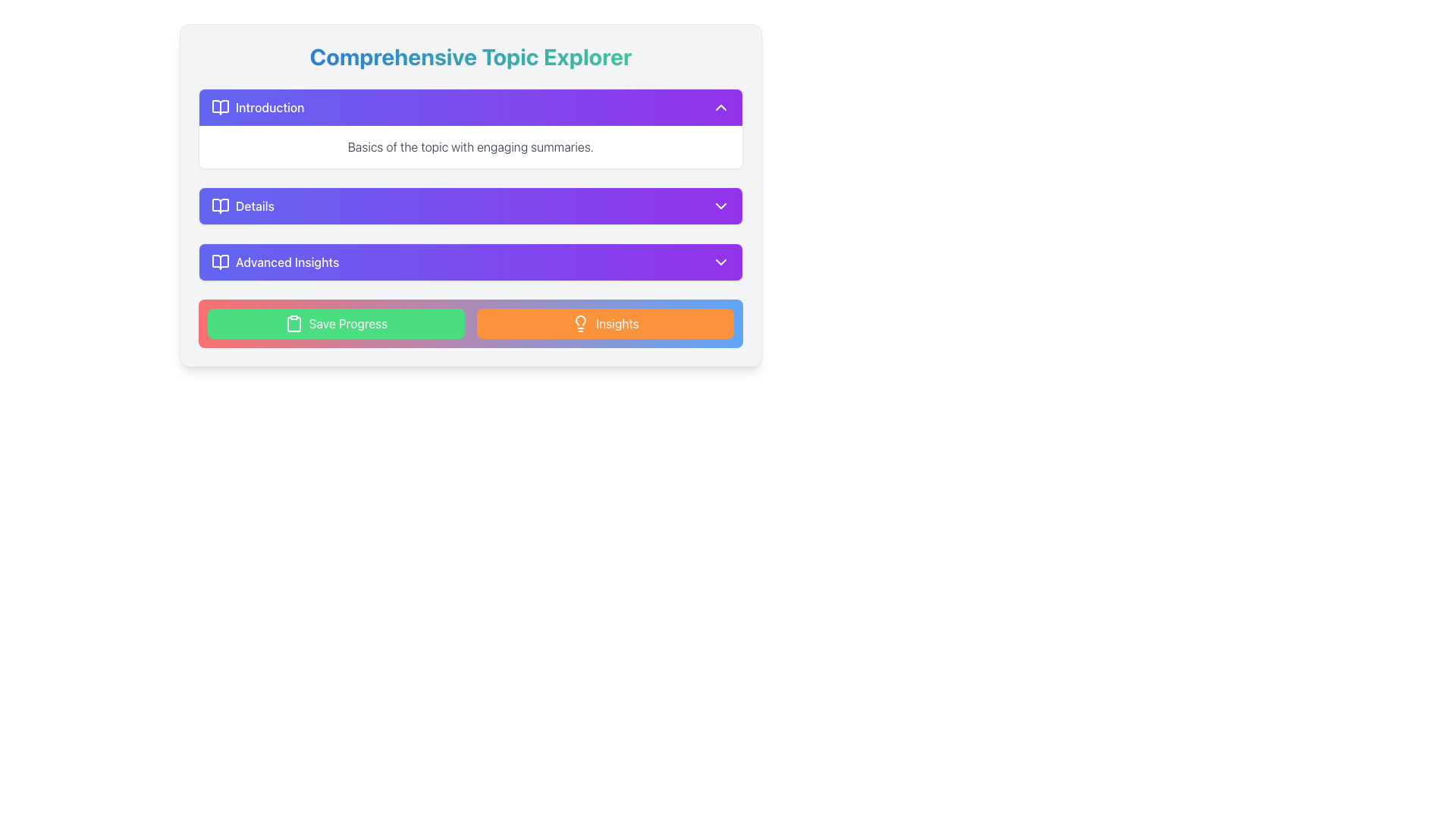  What do you see at coordinates (220, 107) in the screenshot?
I see `the book icon that serves as a visual identifier for the 'Introduction' section, located at the top of the collapsible sections list` at bounding box center [220, 107].